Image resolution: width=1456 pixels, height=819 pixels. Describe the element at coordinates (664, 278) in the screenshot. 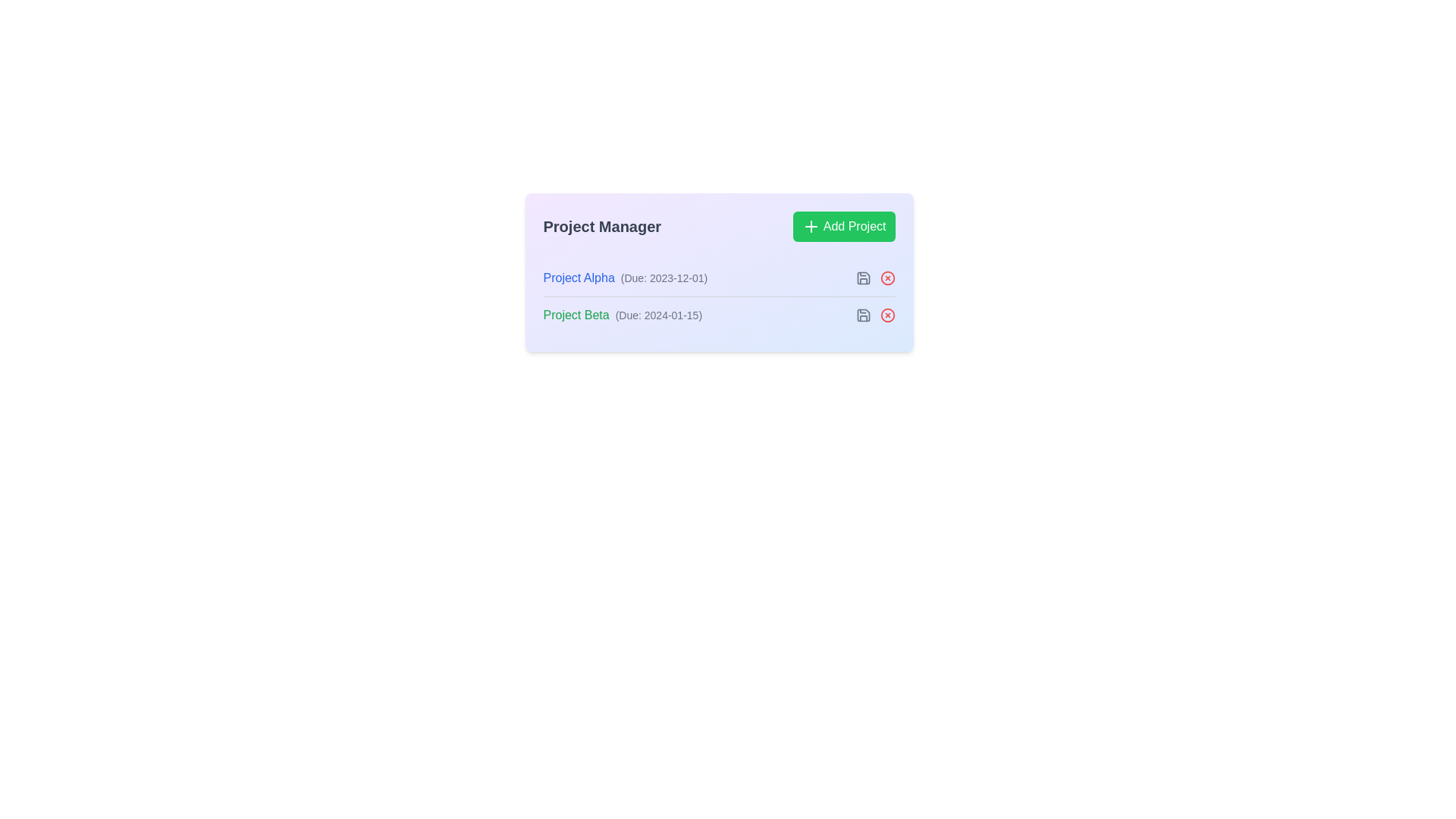

I see `the static text label that provides the due date for 'Project Alpha' in the 'Project Manager' section` at that location.